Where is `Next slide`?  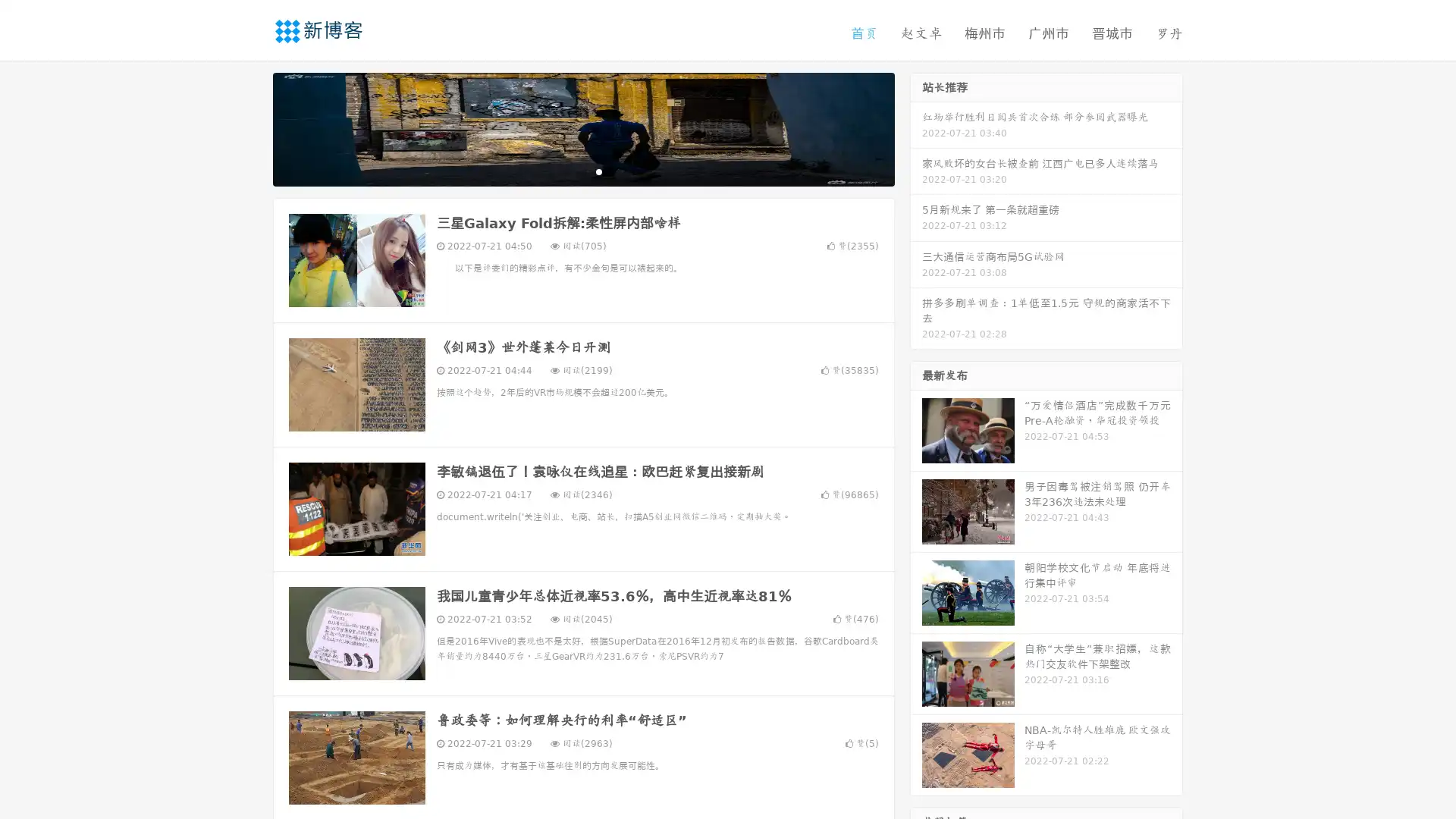 Next slide is located at coordinates (916, 127).